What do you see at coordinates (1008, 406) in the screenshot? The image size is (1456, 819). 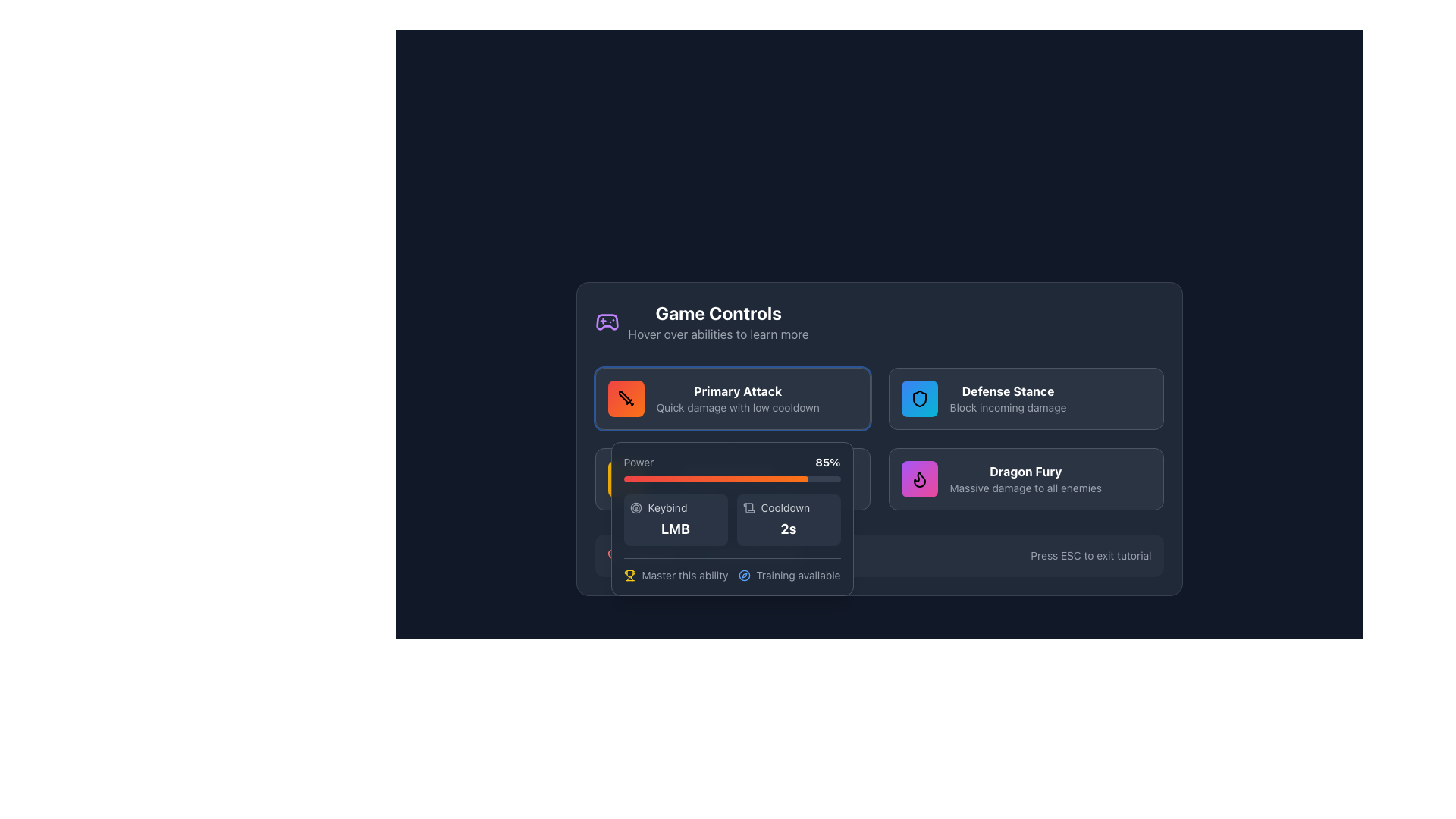 I see `text label that says 'Block incoming damage', which is styled in gray with a smaller font size and positioned directly below 'Defense Stance'` at bounding box center [1008, 406].